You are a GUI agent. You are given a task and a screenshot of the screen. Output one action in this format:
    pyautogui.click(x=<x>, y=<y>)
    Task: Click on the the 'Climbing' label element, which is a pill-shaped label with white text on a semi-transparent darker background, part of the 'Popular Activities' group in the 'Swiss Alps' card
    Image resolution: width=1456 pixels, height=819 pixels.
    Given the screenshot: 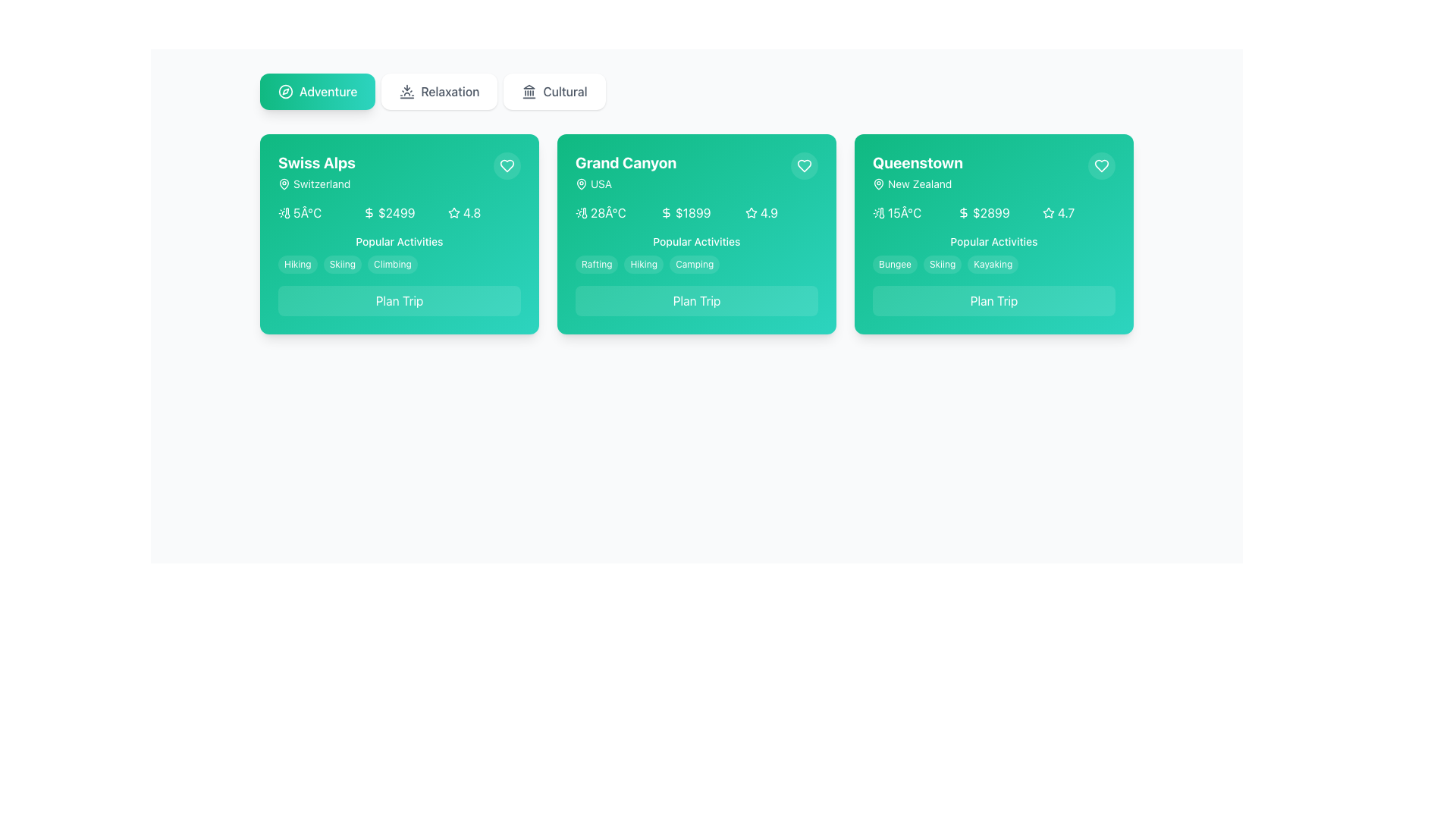 What is the action you would take?
    pyautogui.click(x=392, y=263)
    